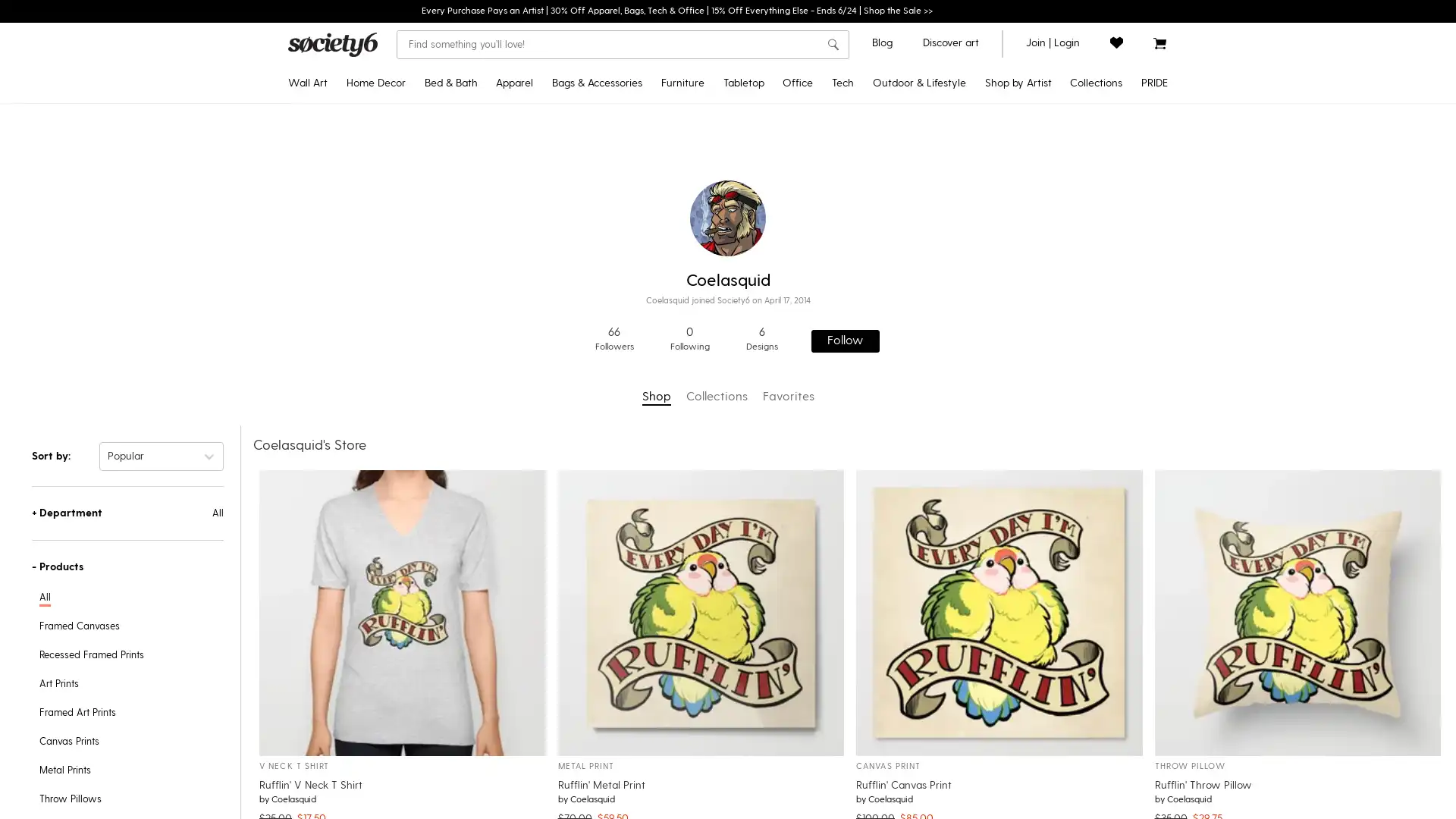  I want to click on Acrylic Boxes, so click(835, 244).